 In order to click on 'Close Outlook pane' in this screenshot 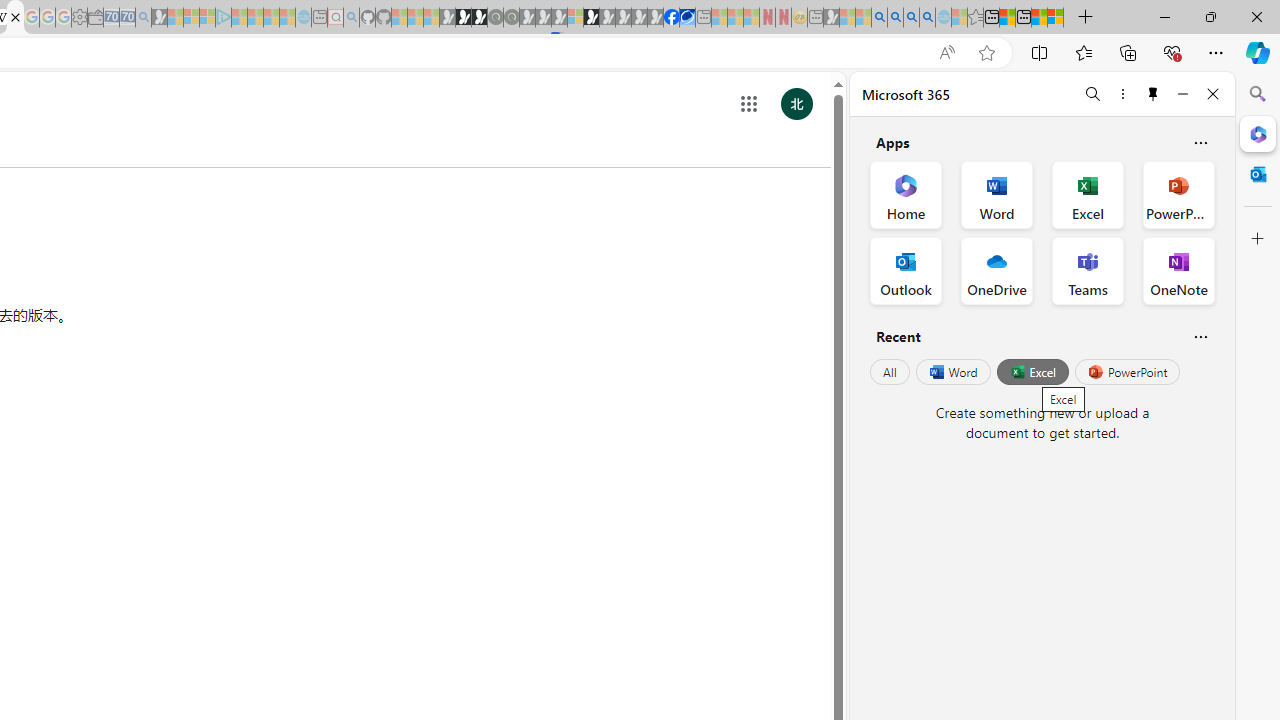, I will do `click(1257, 173)`.